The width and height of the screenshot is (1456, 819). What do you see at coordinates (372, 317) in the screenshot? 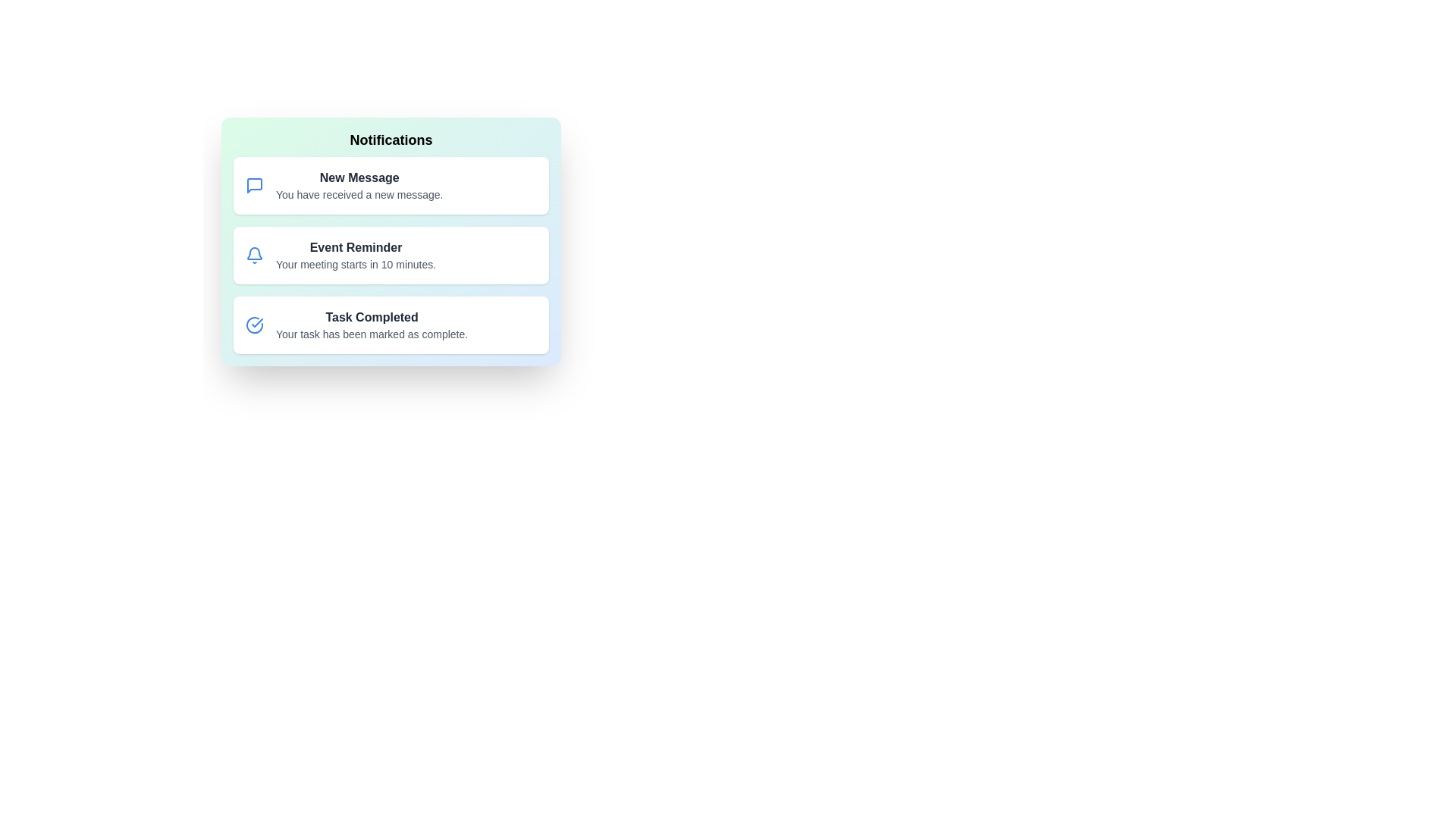
I see `the notification title Task Completed` at bounding box center [372, 317].